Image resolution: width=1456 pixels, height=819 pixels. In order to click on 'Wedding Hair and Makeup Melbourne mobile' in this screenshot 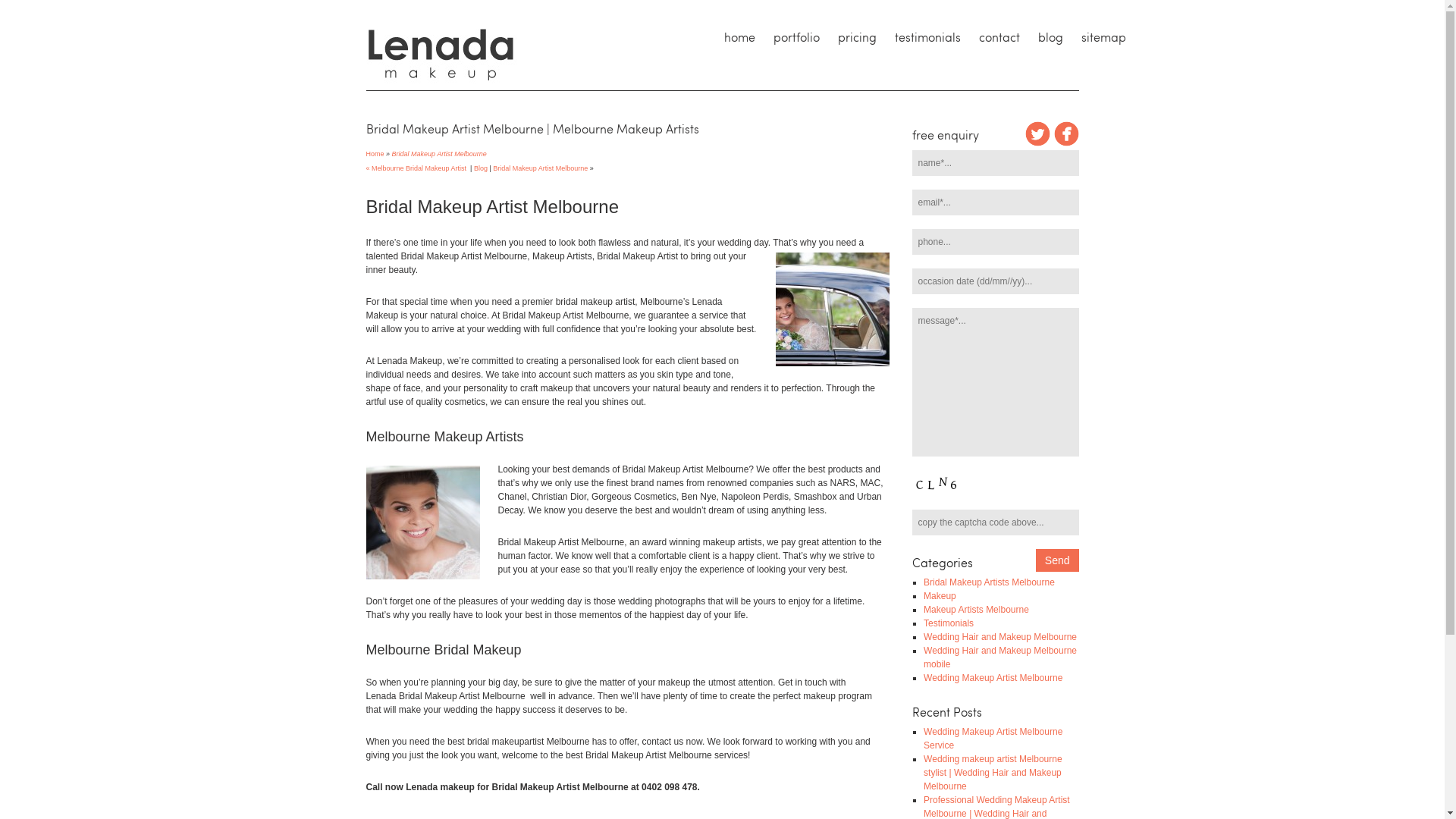, I will do `click(923, 657)`.